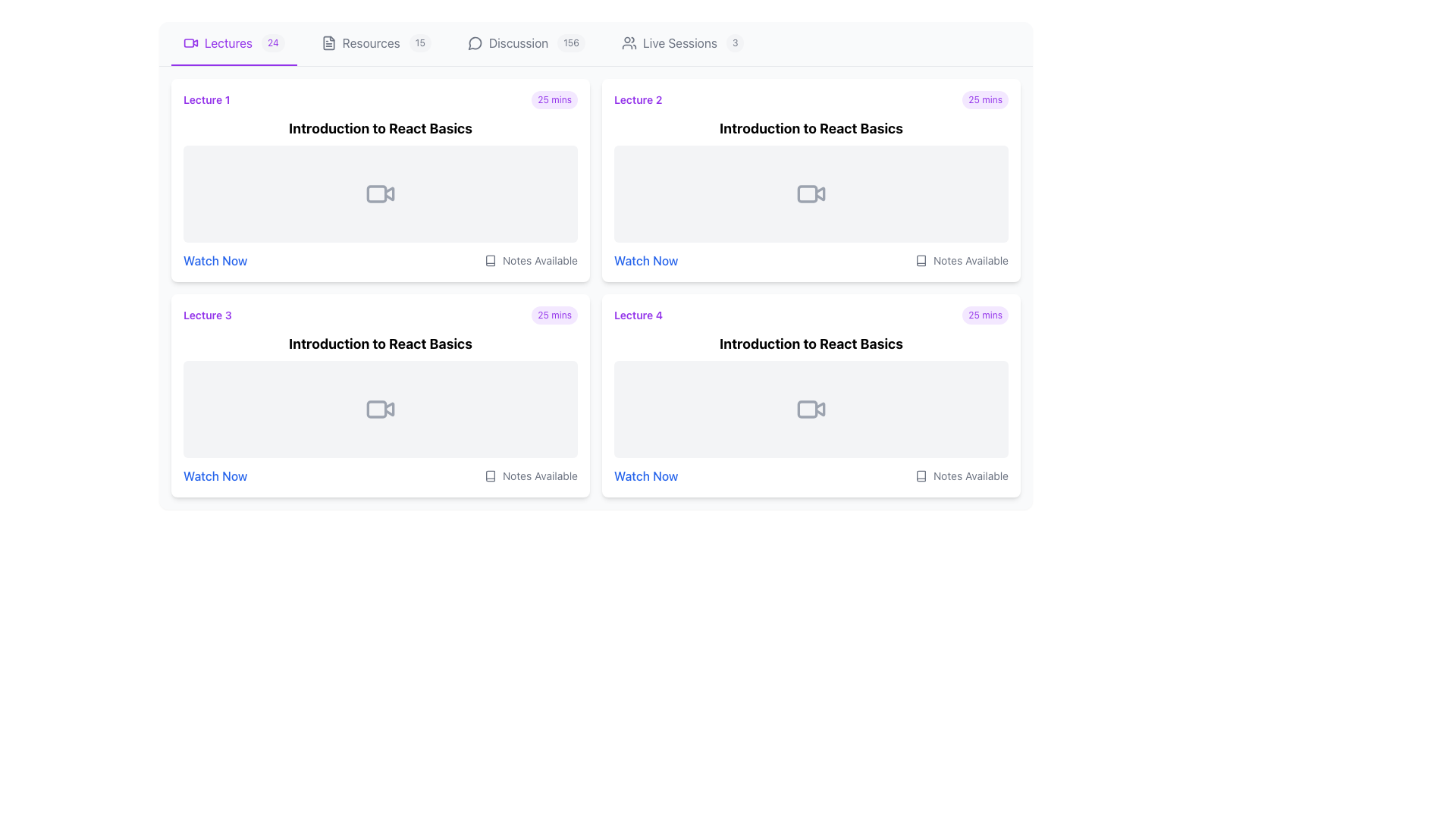 Image resolution: width=1456 pixels, height=819 pixels. What do you see at coordinates (819, 193) in the screenshot?
I see `the video playback icon located in the upper-right grid slot of the second lecture card (Lecture 2)` at bounding box center [819, 193].